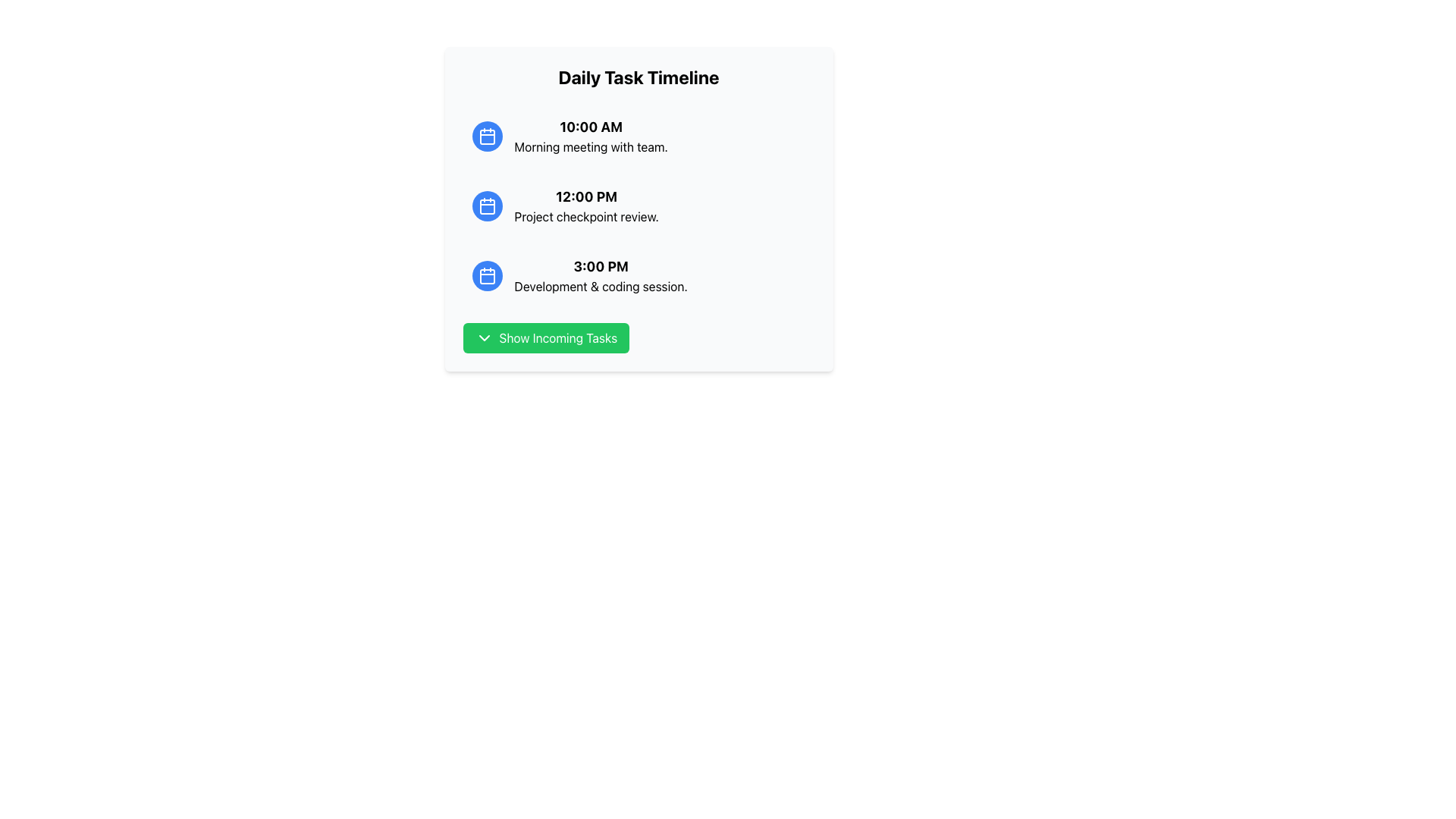 The image size is (1456, 819). Describe the element at coordinates (590, 126) in the screenshot. I see `the time label displaying '10:00 AM', which is located at the top of the schedule card titled 'Daily Task Timeline', above the text 'Morning meeting with team'` at that location.